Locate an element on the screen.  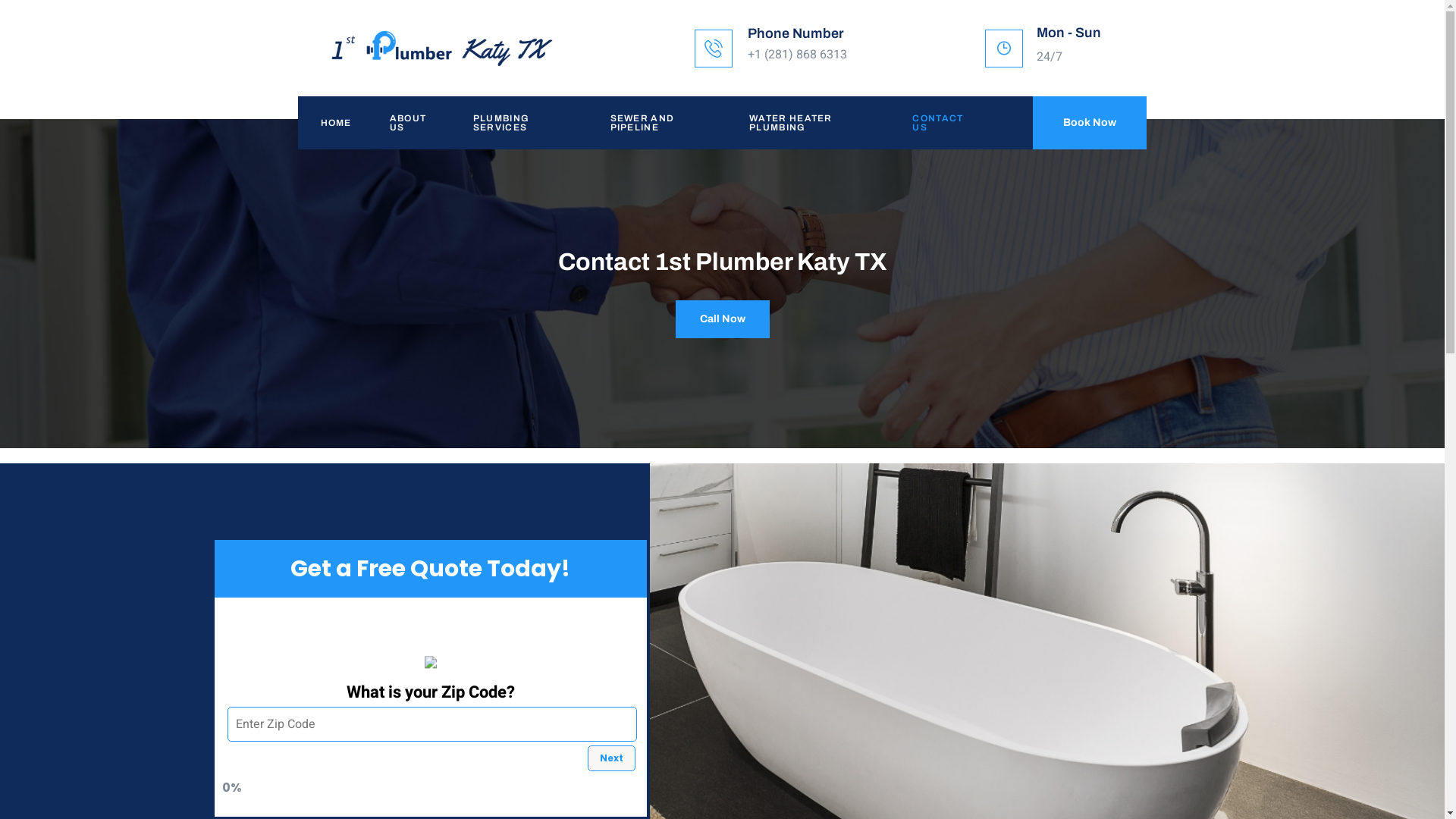
'Call Now' is located at coordinates (673, 318).